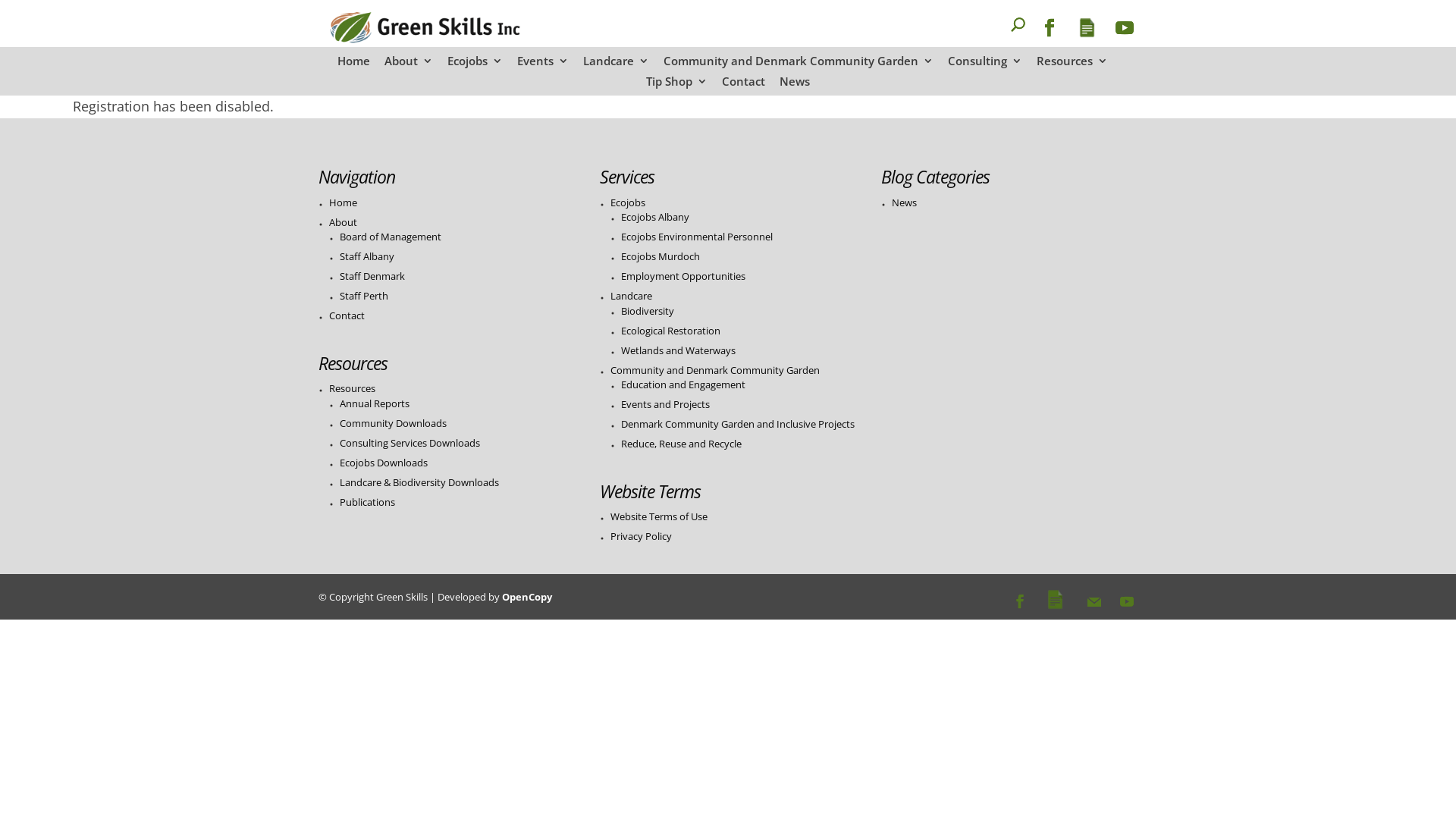 Image resolution: width=1456 pixels, height=819 pixels. I want to click on 'Board of Management', so click(390, 237).